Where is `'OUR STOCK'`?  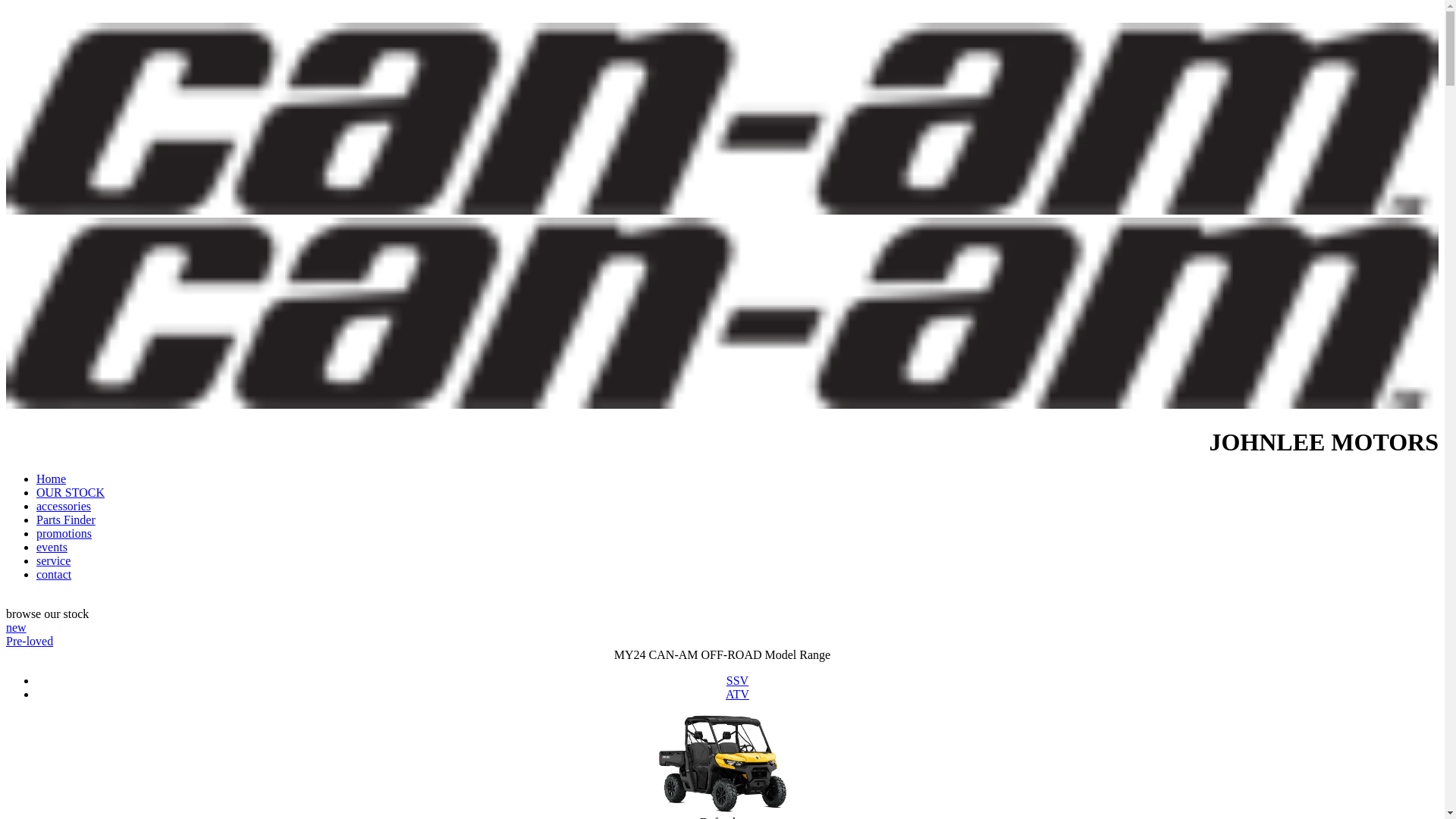
'OUR STOCK' is located at coordinates (69, 492).